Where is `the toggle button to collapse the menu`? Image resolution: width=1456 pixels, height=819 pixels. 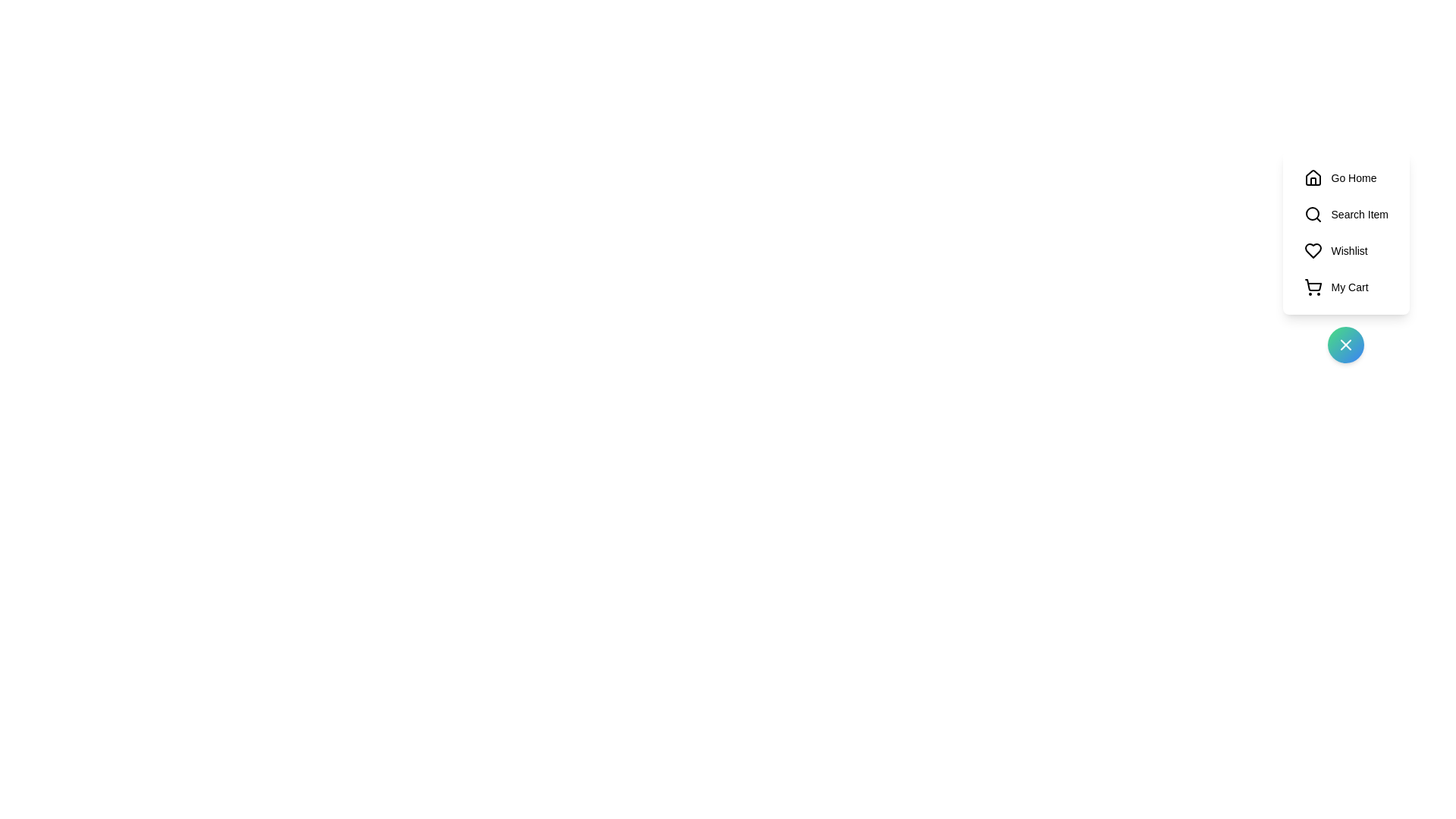 the toggle button to collapse the menu is located at coordinates (1346, 345).